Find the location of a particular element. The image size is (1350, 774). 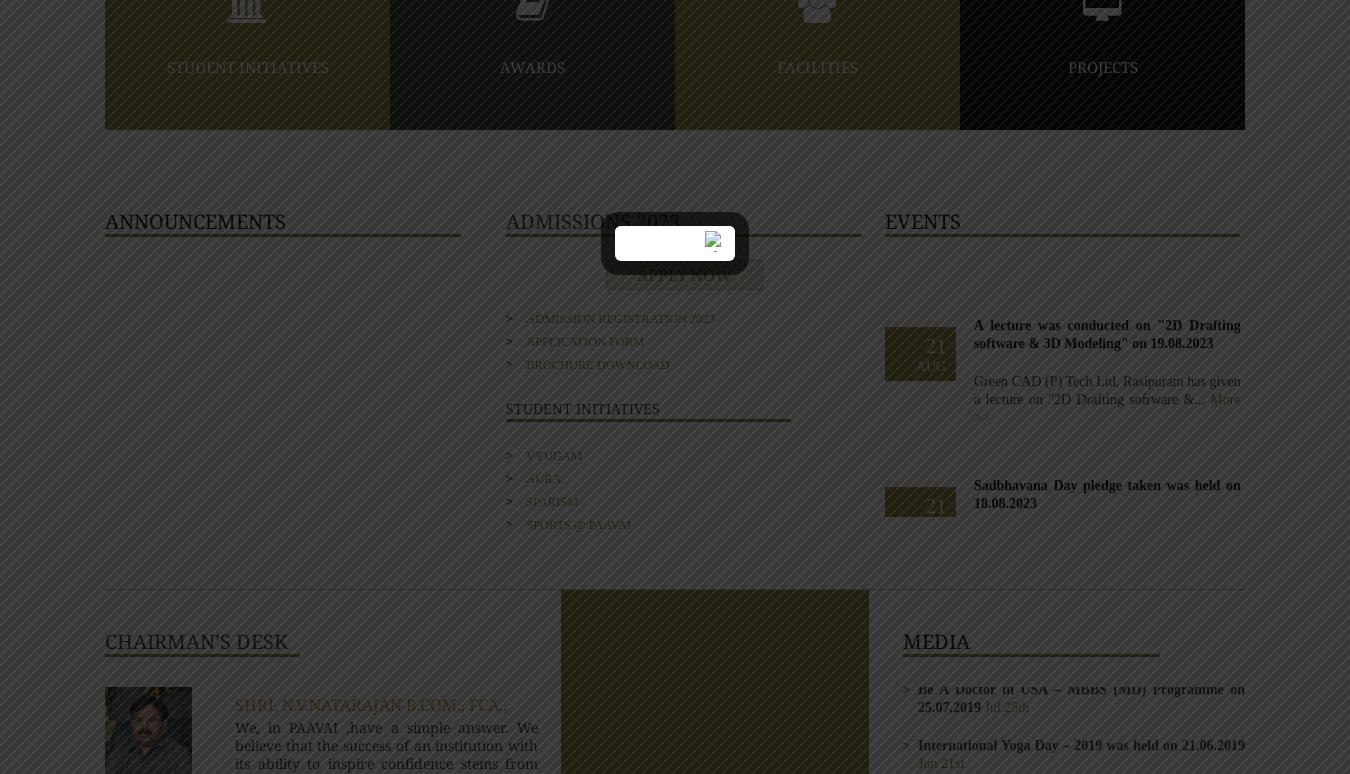

'Jan 17th' is located at coordinates (1102, 153).